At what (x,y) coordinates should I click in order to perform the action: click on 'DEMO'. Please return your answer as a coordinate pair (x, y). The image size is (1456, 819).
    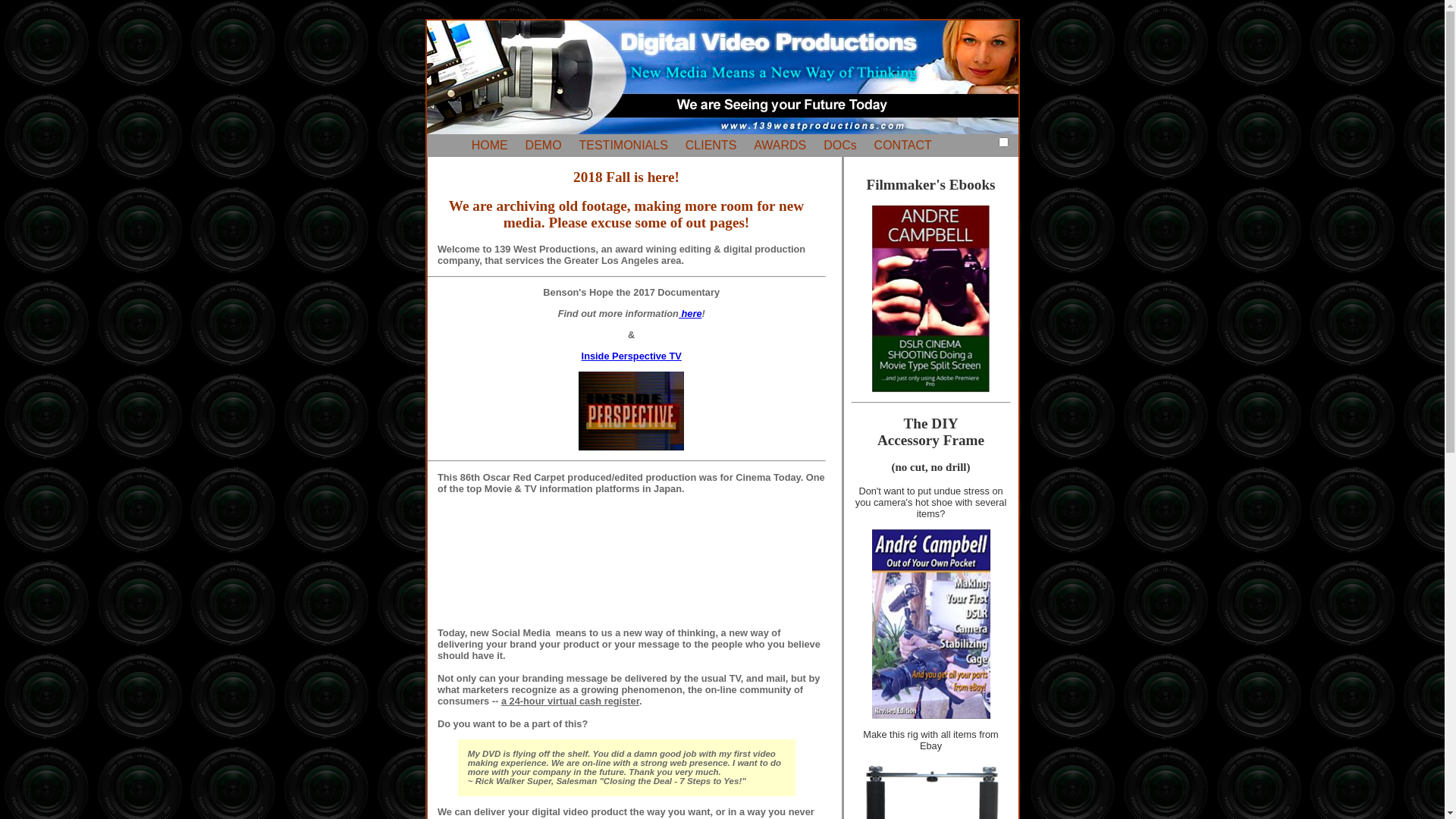
    Looking at the image, I should click on (543, 145).